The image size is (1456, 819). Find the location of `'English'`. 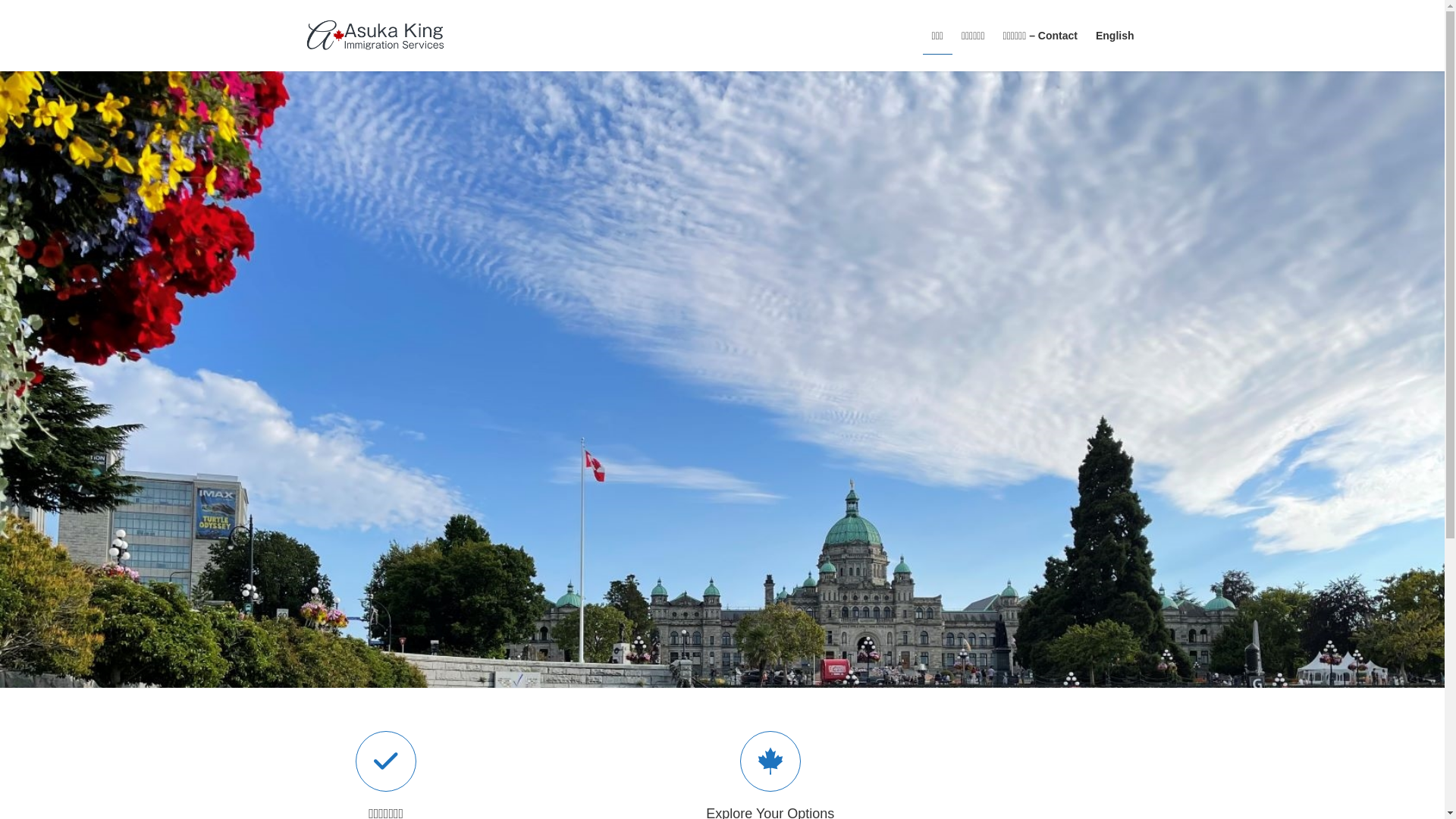

'English' is located at coordinates (1086, 35).